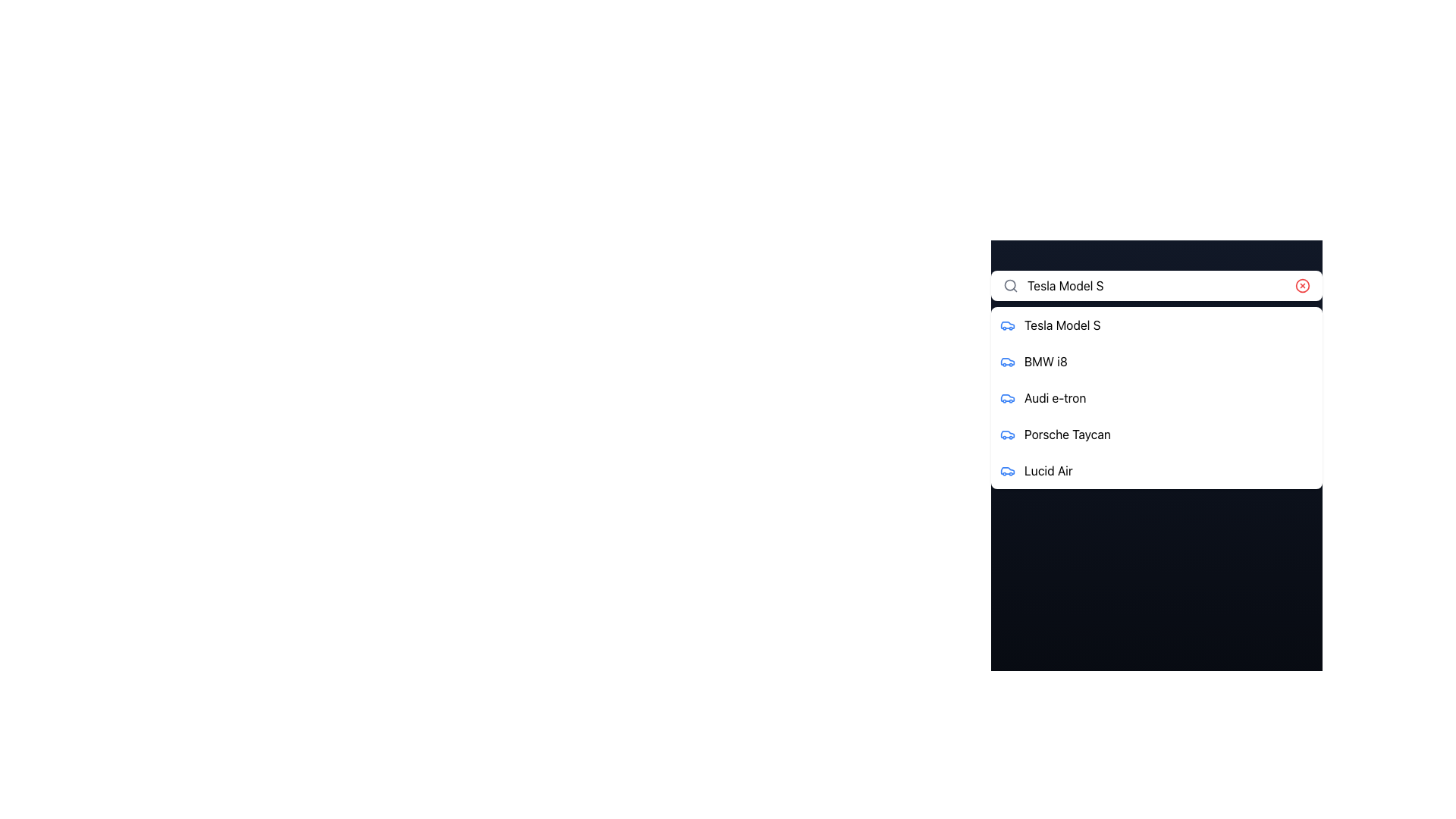  I want to click on the icon representing the 'Porsche Taycan' entry in the dropdown list of car names, so click(1008, 435).